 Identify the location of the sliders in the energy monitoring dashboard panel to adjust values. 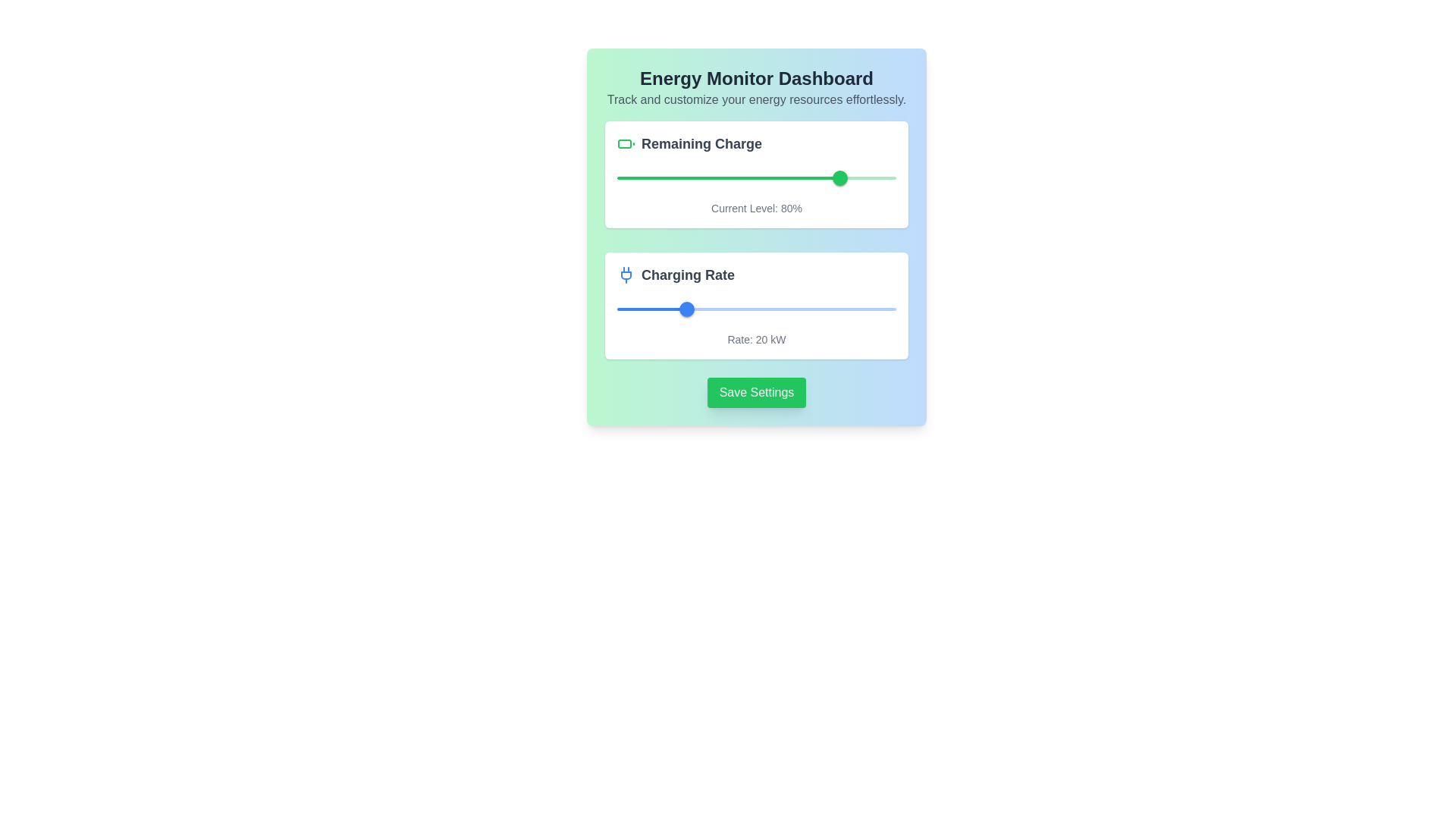
(757, 237).